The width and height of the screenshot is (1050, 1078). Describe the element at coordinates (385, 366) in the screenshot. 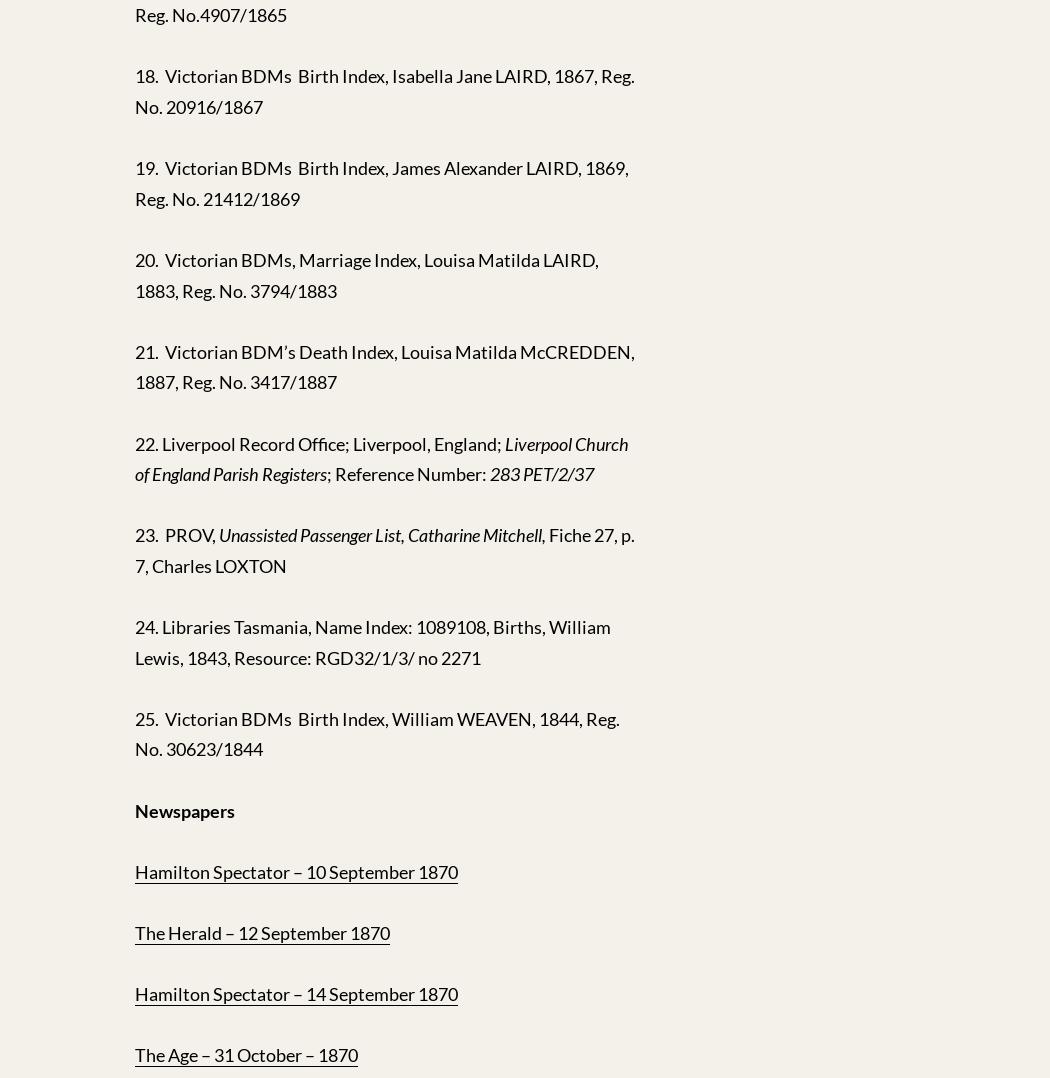

I see `'21.  Victorian BDM’s Death Index, Louisa Matilda McCREDDEN, 1887, Reg. No. 3417/1887'` at that location.